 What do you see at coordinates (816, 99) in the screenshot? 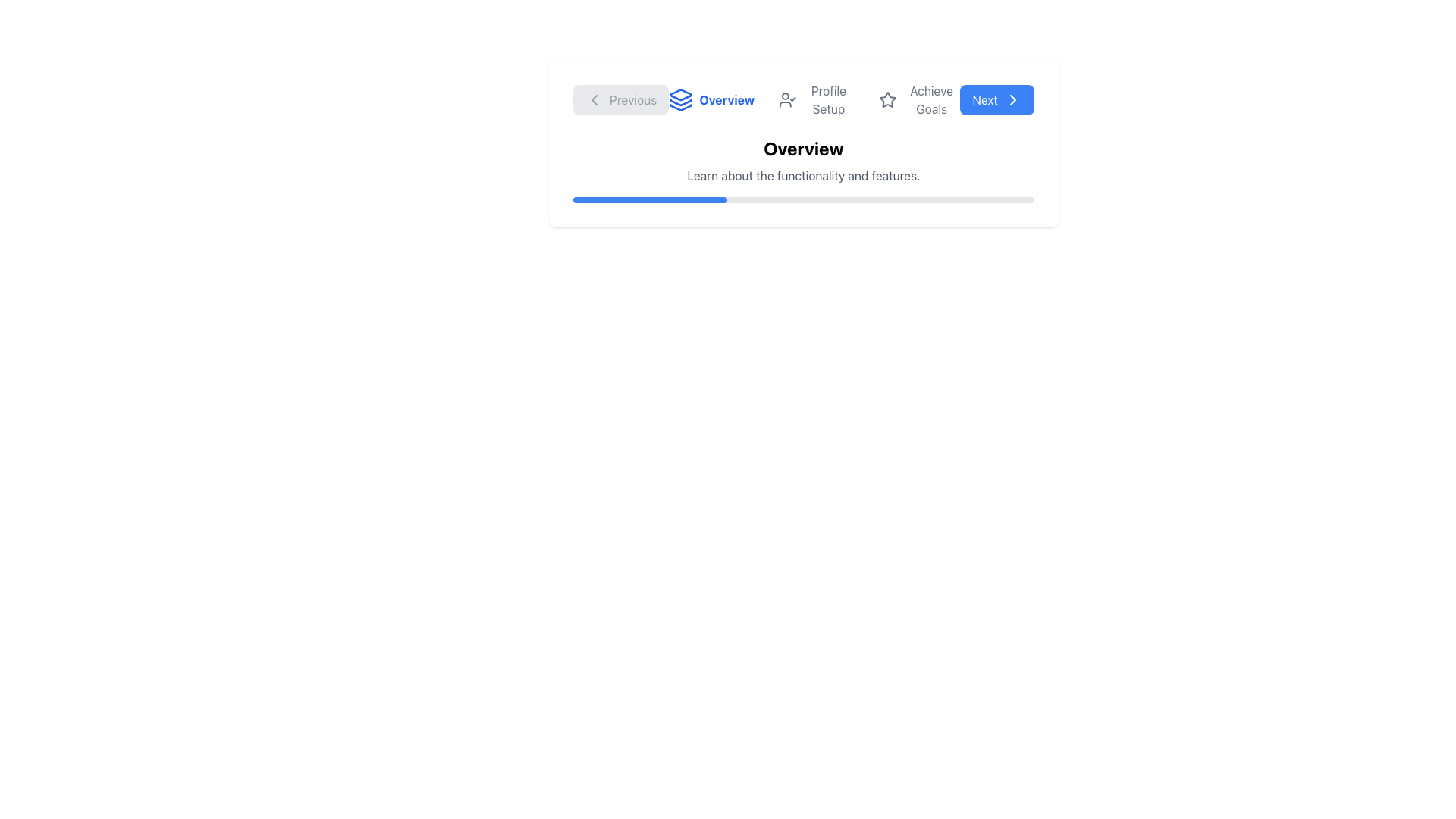
I see `the 'Profile Setup' navigation link, which is the second item in the horizontal navigation bar` at bounding box center [816, 99].